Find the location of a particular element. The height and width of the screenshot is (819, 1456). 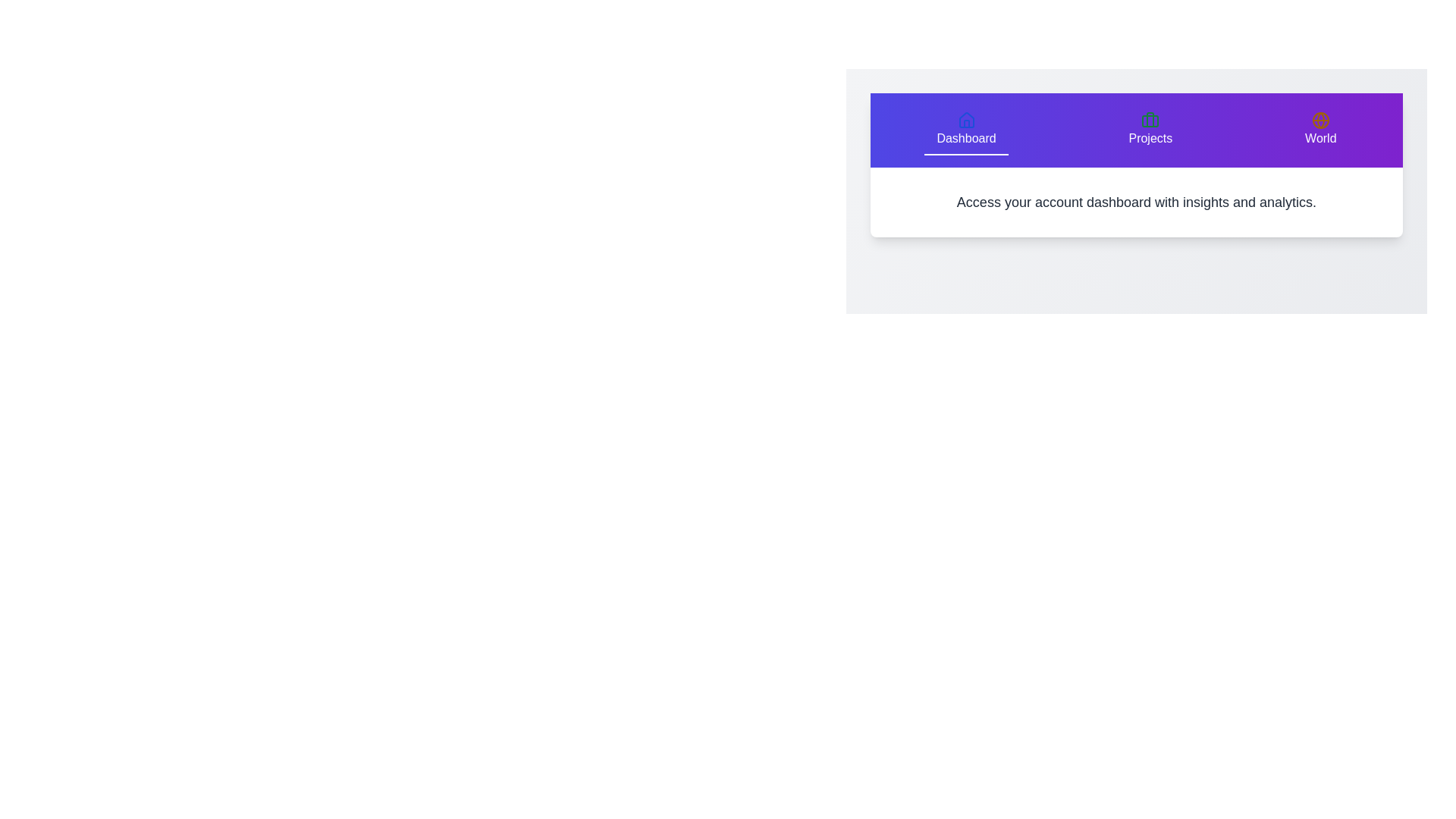

the 'Projects' tab to view its content is located at coordinates (1150, 130).